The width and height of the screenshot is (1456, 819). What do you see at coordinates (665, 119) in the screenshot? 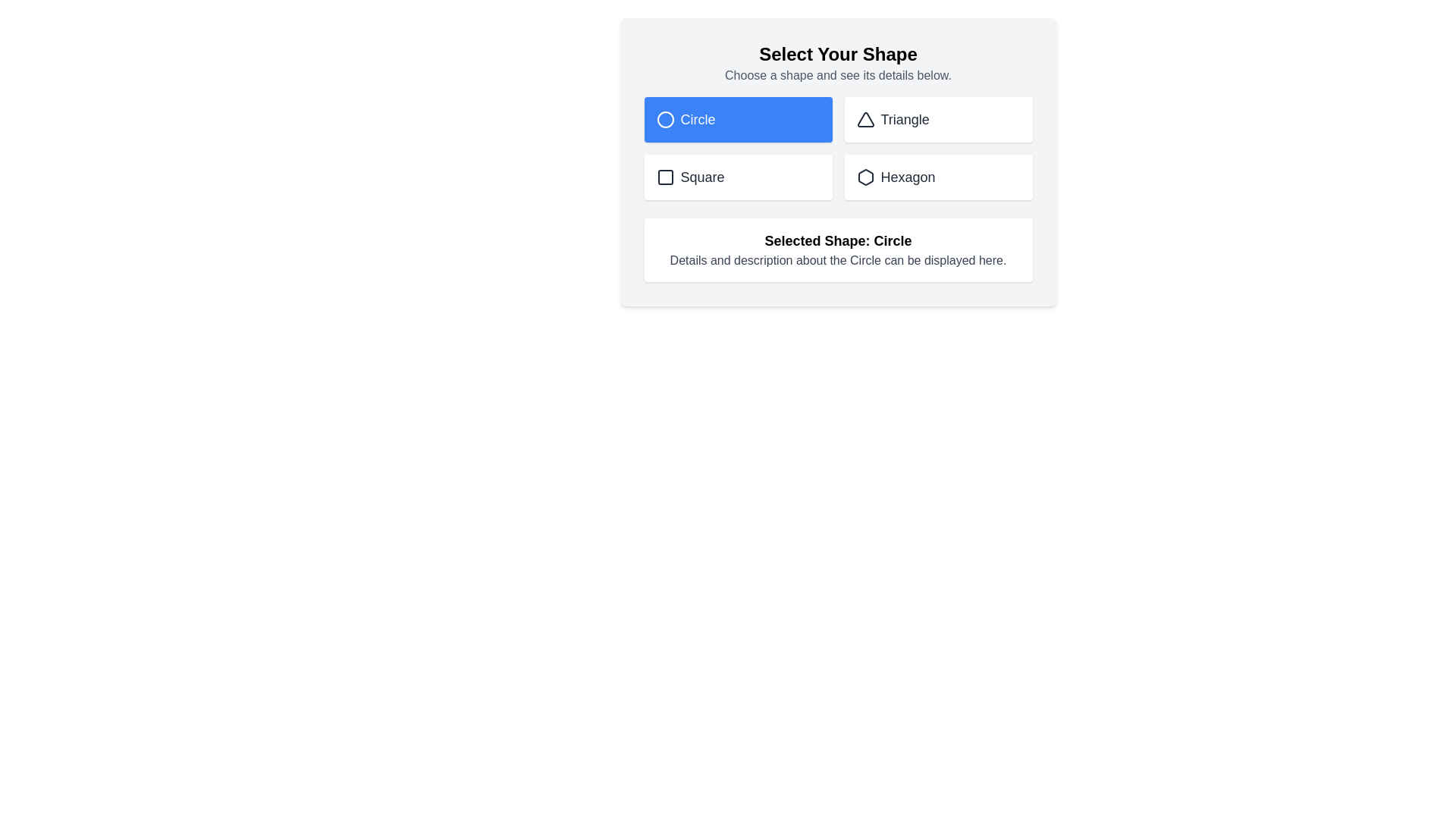
I see `the 'Circle' icon within the shape selector interface, located at the top-left button of the shape selector group` at bounding box center [665, 119].